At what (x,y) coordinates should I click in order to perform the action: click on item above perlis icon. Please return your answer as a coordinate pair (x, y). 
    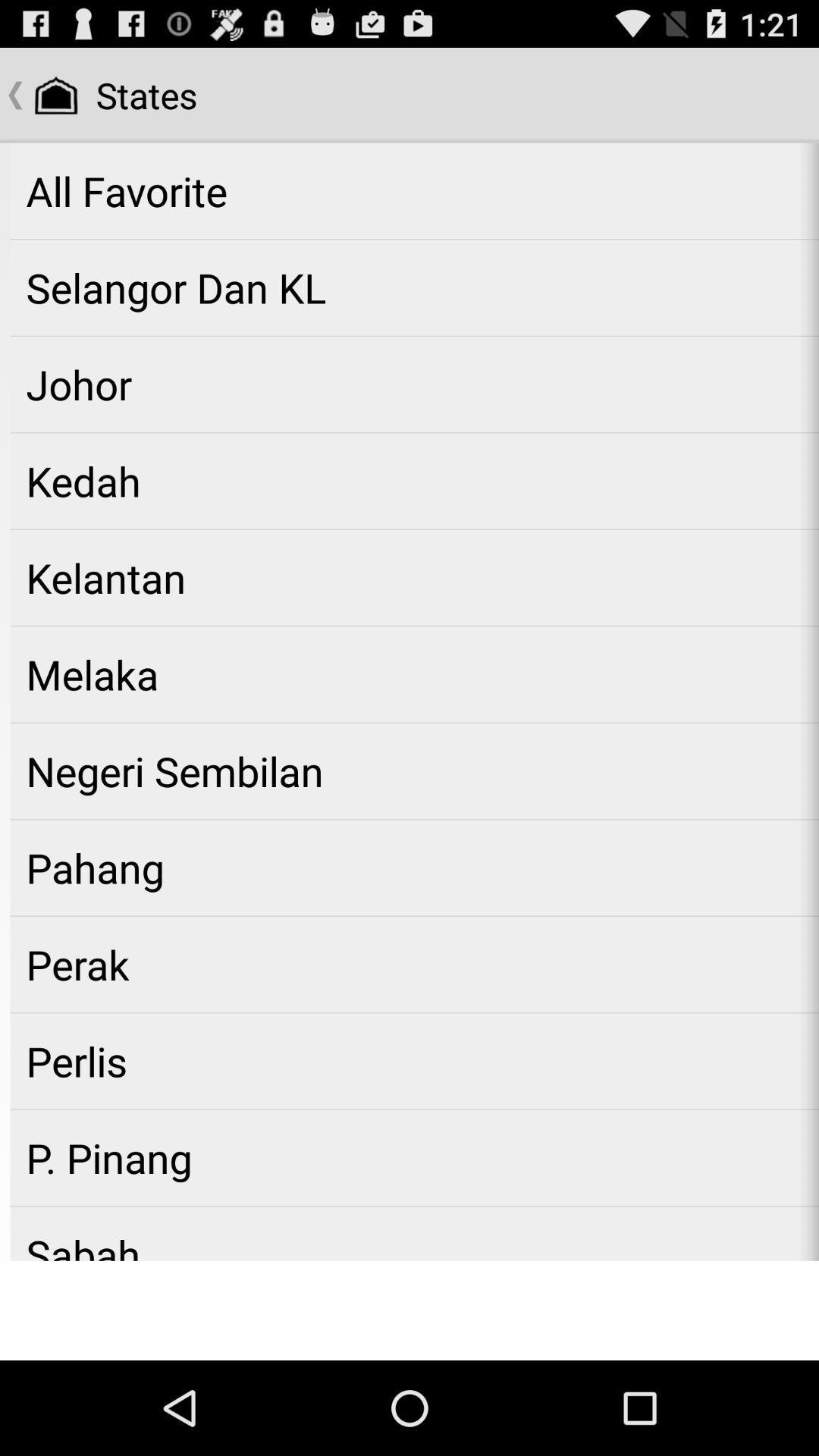
    Looking at the image, I should click on (414, 964).